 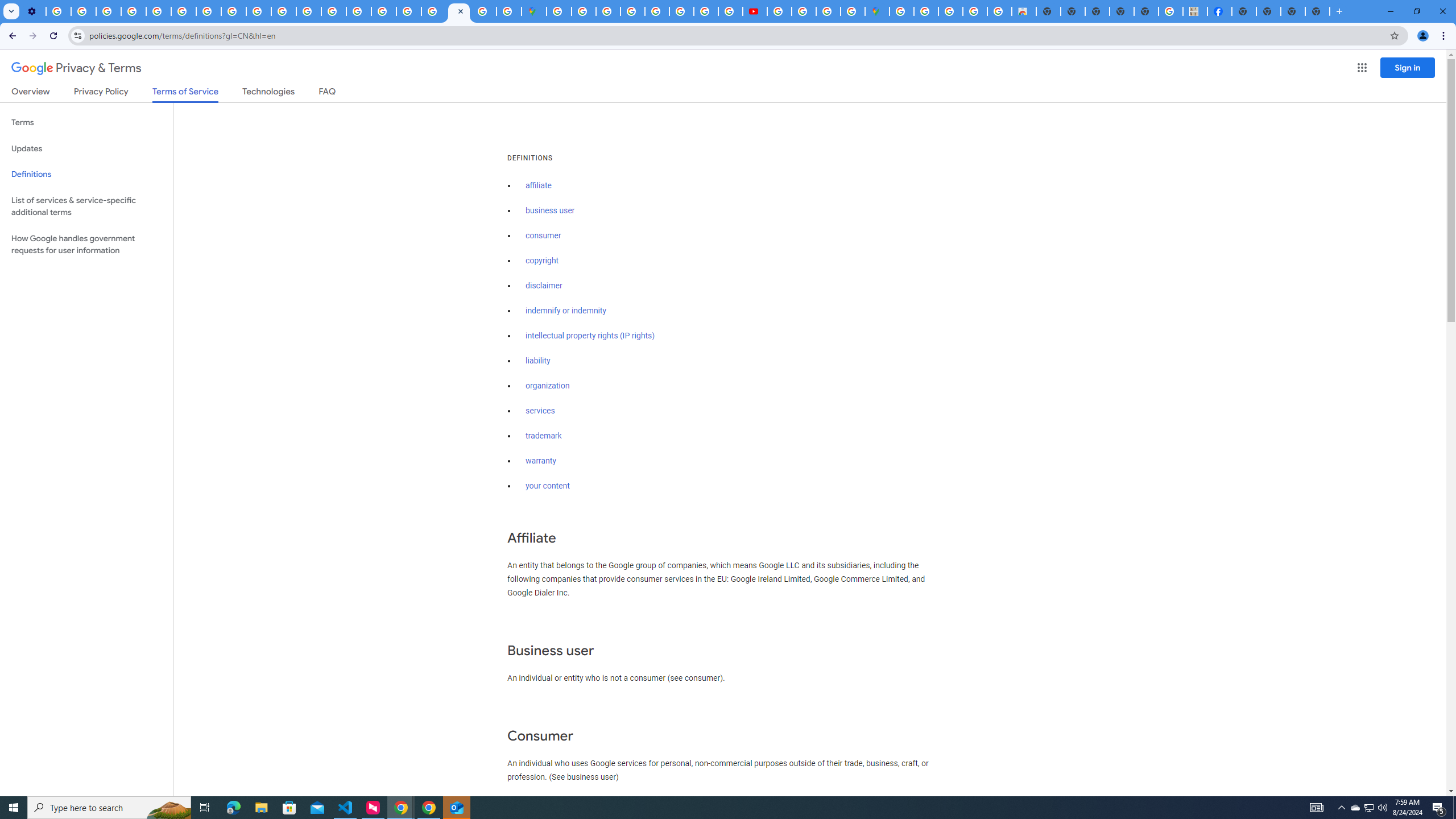 I want to click on 'Google Account Help', so click(x=134, y=11).